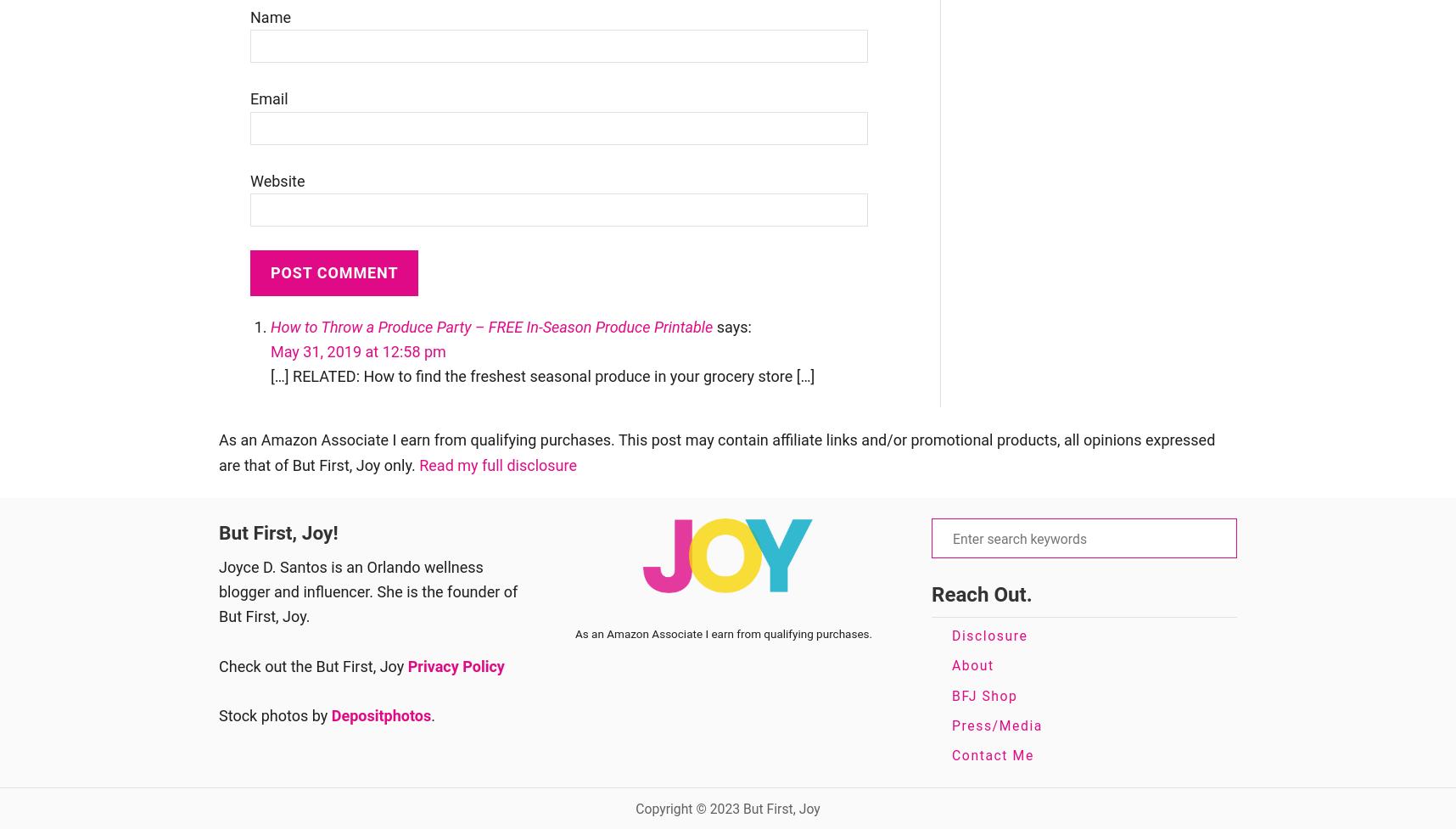 The image size is (1456, 829). What do you see at coordinates (217, 714) in the screenshot?
I see `'Stock photos by'` at bounding box center [217, 714].